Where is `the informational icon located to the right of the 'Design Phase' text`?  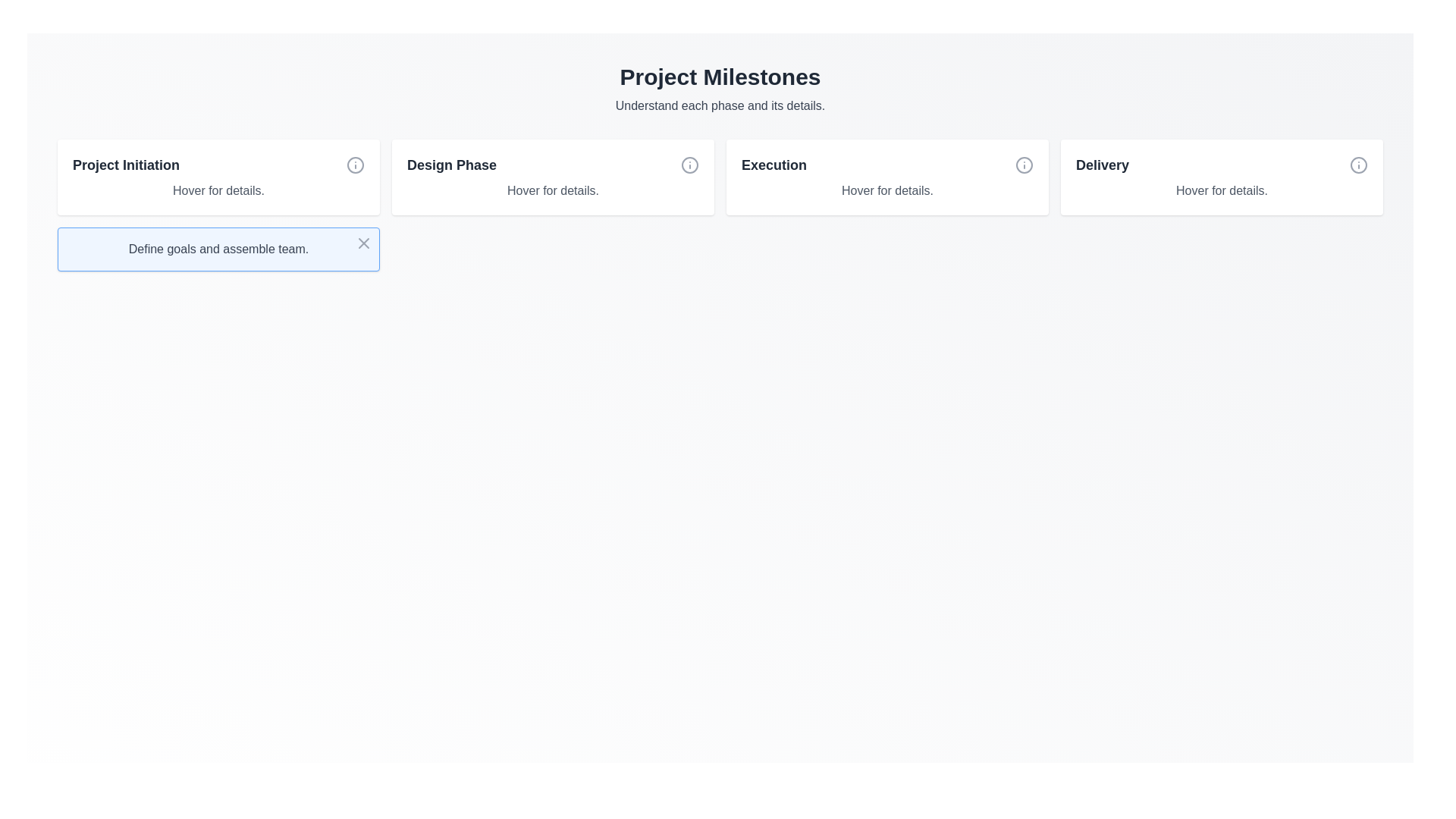
the informational icon located to the right of the 'Design Phase' text is located at coordinates (689, 165).